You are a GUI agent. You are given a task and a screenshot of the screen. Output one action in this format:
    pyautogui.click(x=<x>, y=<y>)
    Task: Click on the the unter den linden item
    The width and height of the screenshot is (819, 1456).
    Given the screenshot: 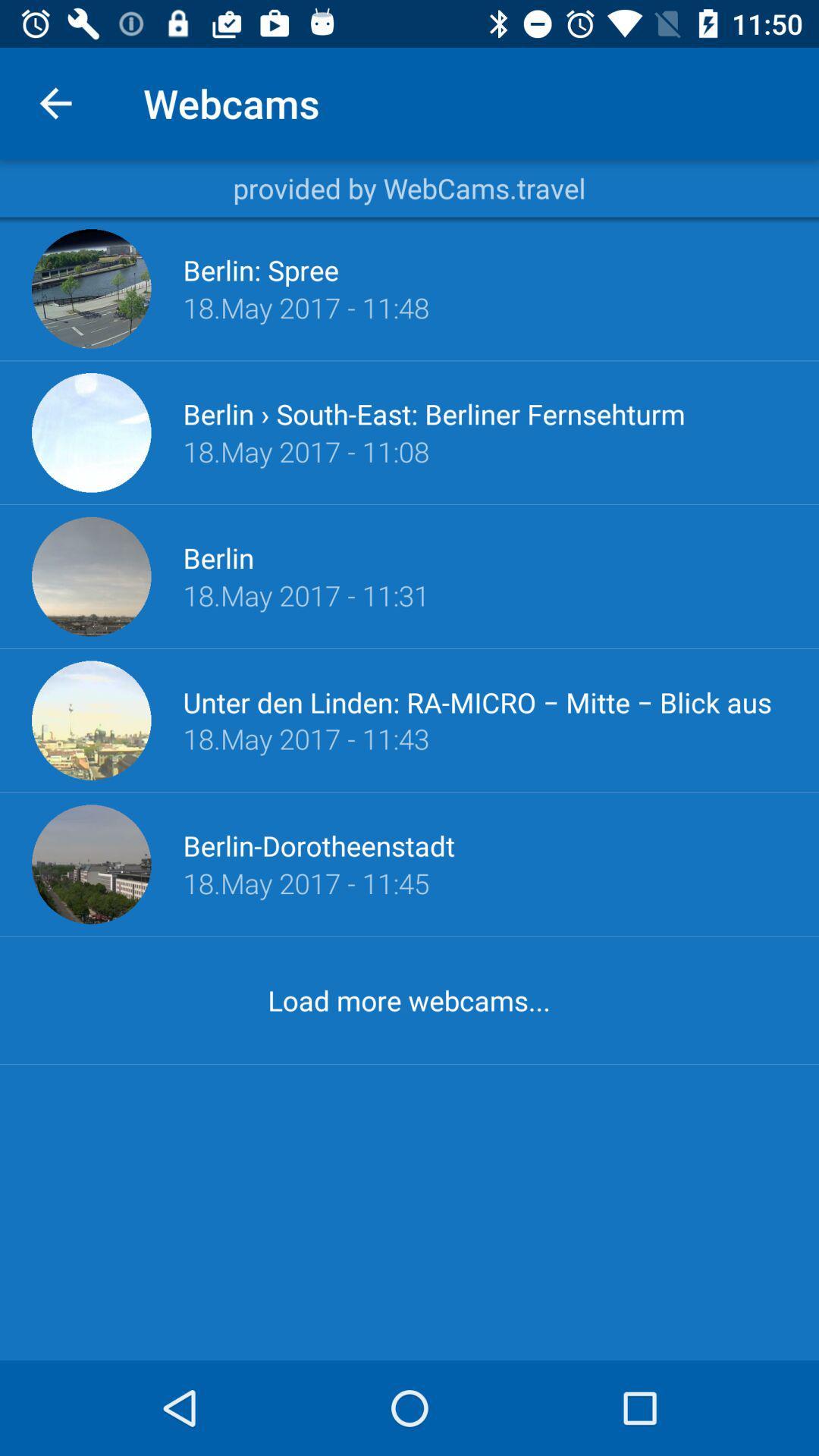 What is the action you would take?
    pyautogui.click(x=485, y=701)
    